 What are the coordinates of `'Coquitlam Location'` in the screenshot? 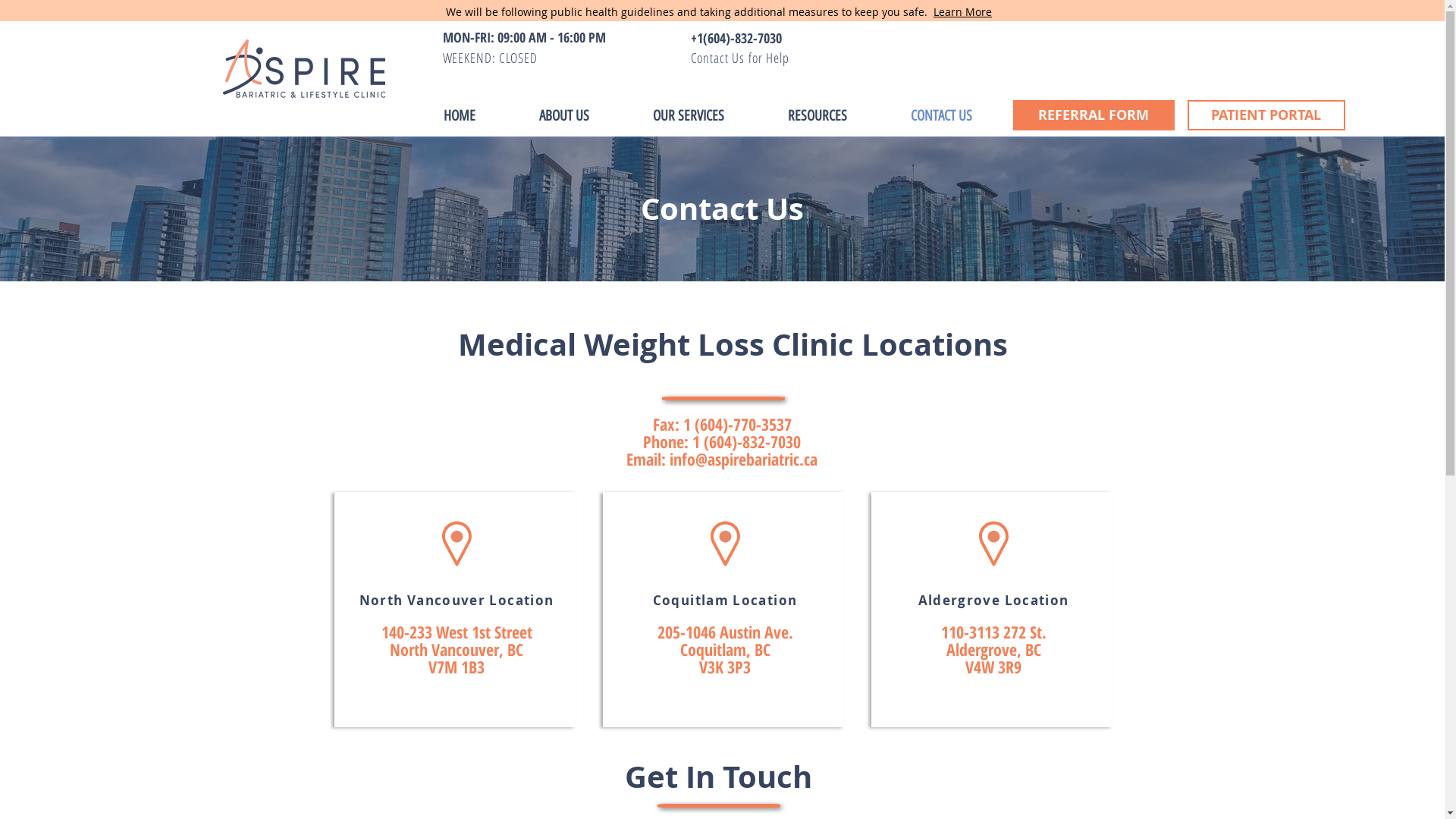 It's located at (723, 598).